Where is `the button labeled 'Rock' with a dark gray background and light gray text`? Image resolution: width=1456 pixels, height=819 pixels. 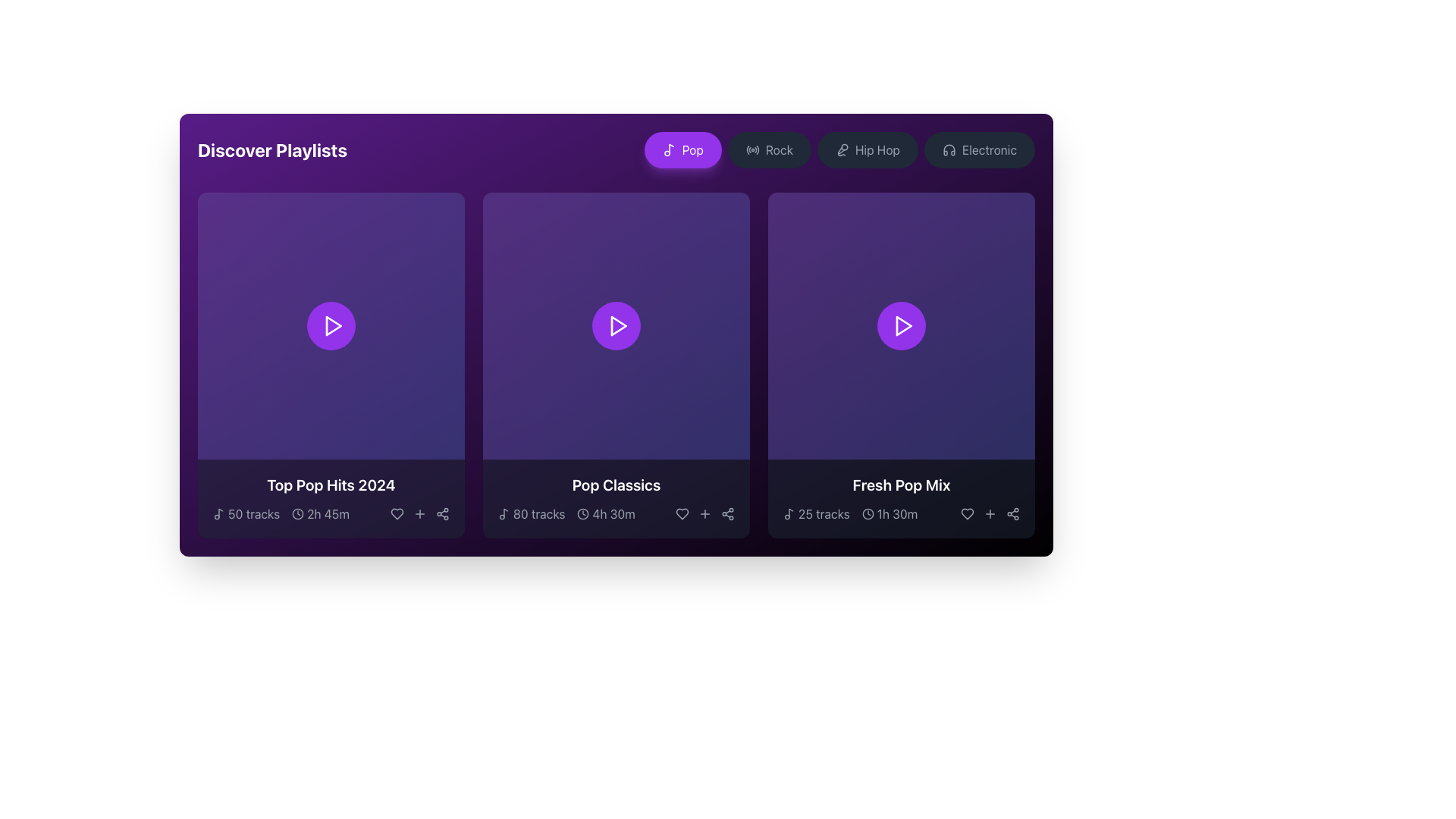
the button labeled 'Rock' with a dark gray background and light gray text is located at coordinates (769, 149).